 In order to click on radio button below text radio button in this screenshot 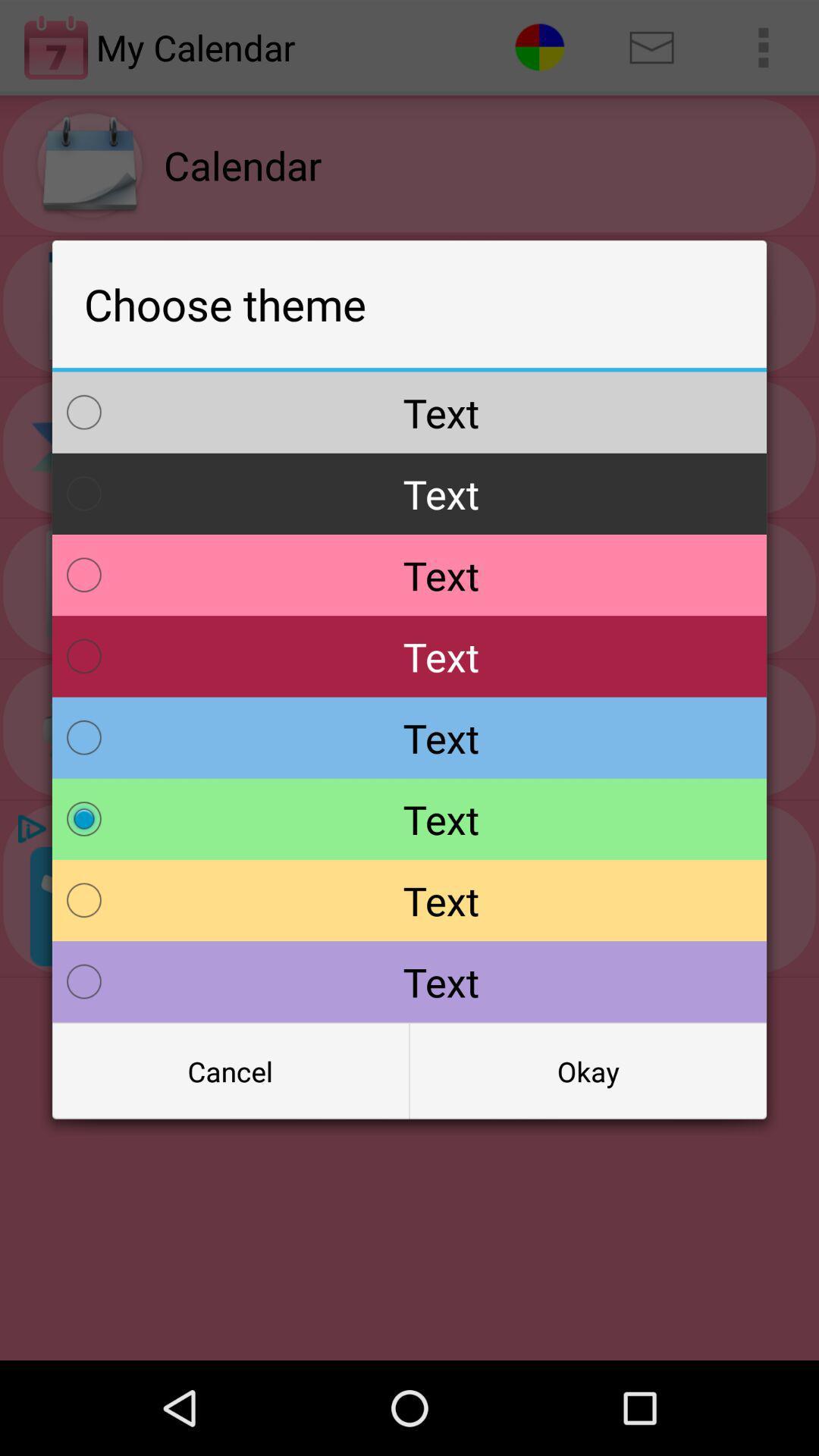, I will do `click(231, 1070)`.